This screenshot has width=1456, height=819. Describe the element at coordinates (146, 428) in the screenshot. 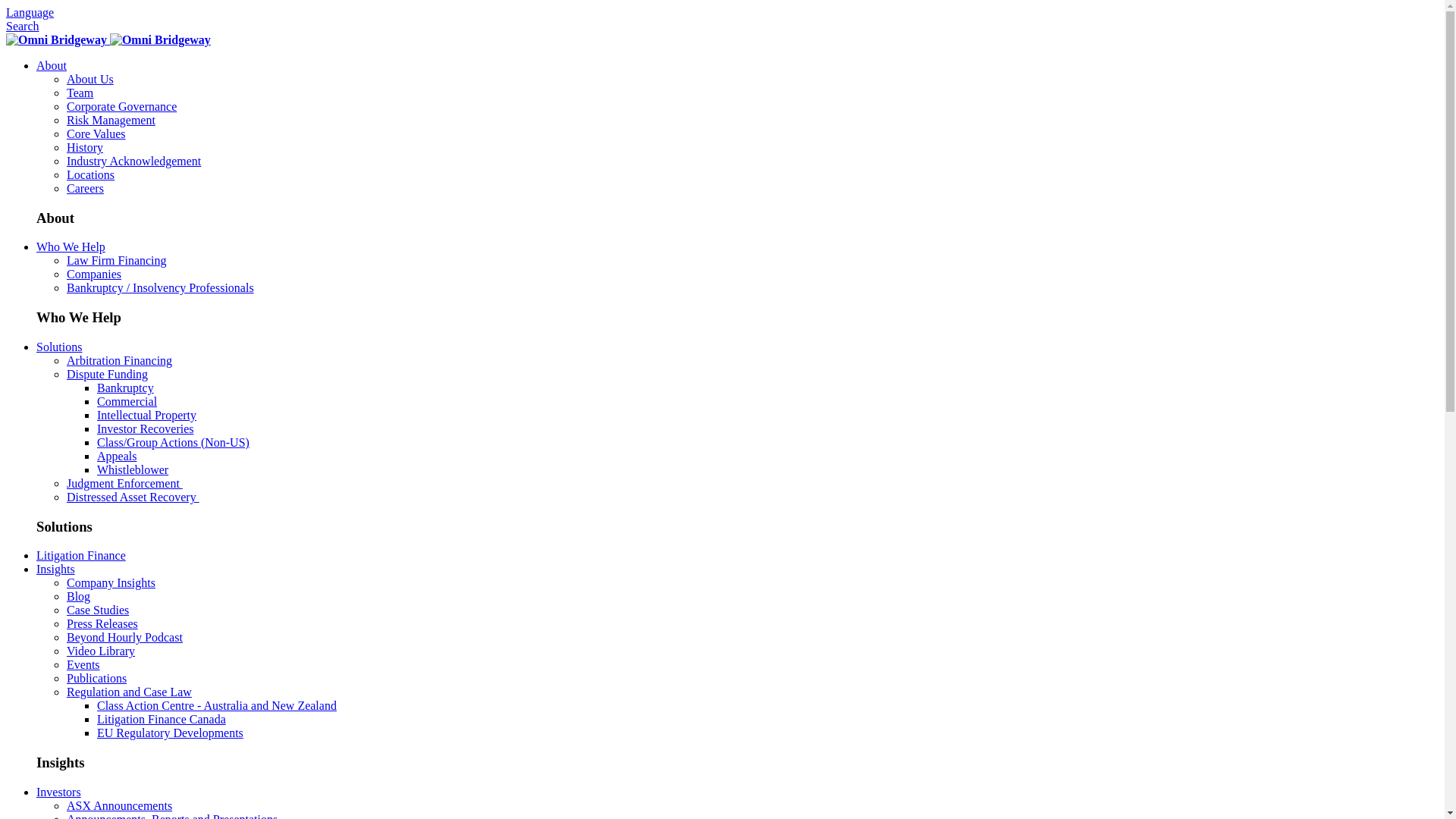

I see `'Investor Recoveries'` at that location.